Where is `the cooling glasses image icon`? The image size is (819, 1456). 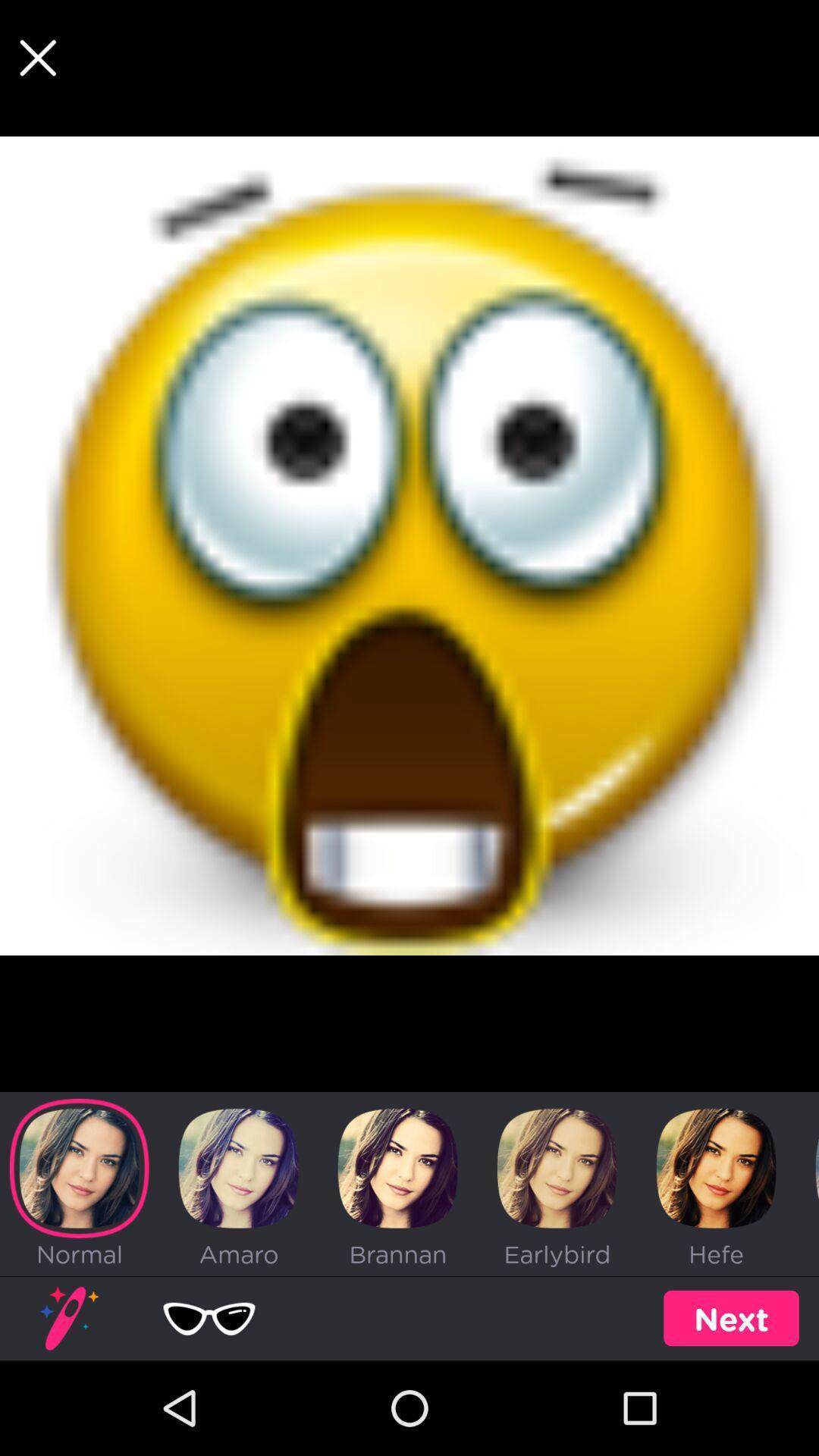 the cooling glasses image icon is located at coordinates (209, 1317).